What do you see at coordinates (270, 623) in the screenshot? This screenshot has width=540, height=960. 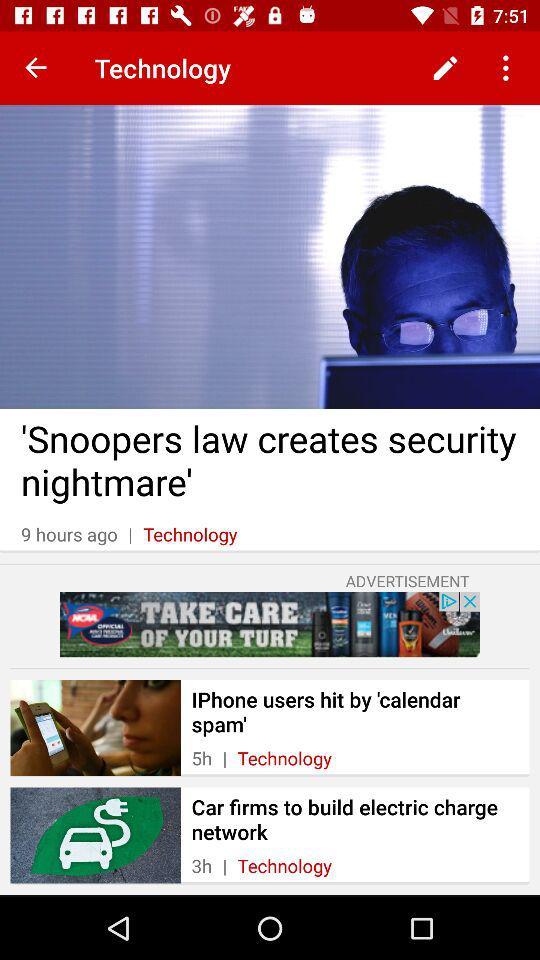 I see `oepn the advertisement` at bounding box center [270, 623].